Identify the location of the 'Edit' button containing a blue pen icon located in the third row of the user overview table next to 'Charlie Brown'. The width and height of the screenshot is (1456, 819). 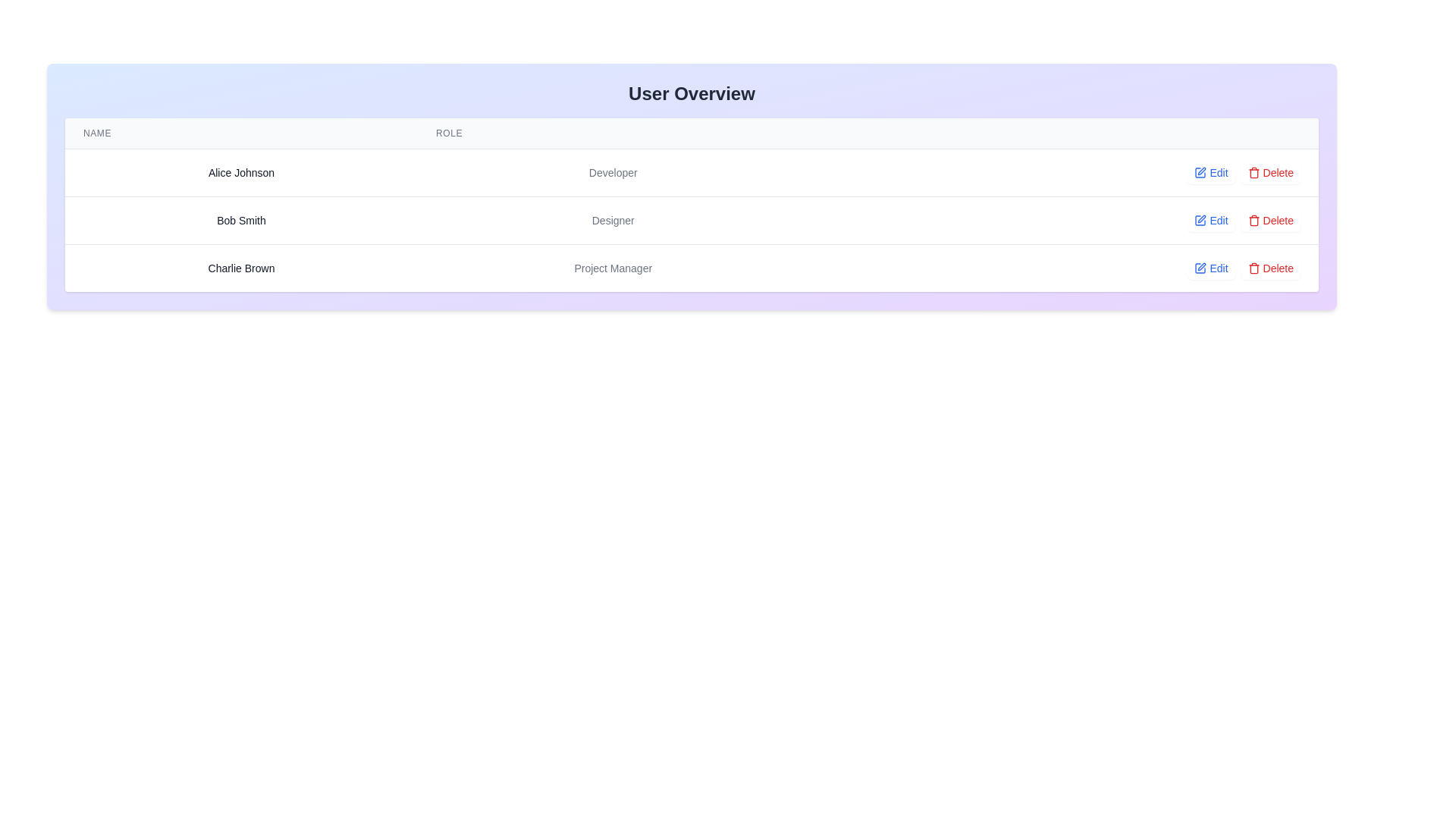
(1200, 268).